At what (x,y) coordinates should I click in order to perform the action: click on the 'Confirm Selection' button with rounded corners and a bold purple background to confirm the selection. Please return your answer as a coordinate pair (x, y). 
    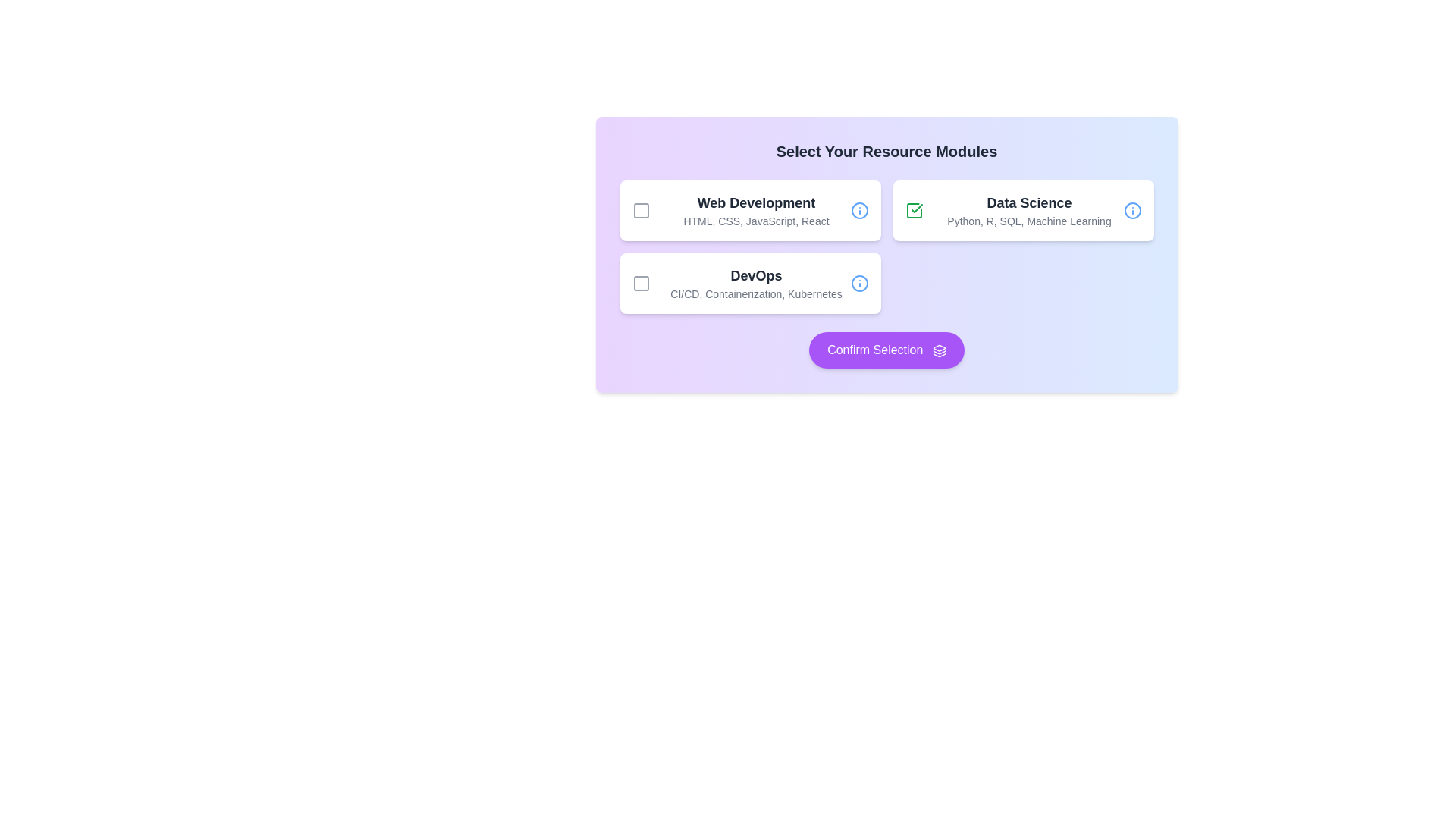
    Looking at the image, I should click on (886, 350).